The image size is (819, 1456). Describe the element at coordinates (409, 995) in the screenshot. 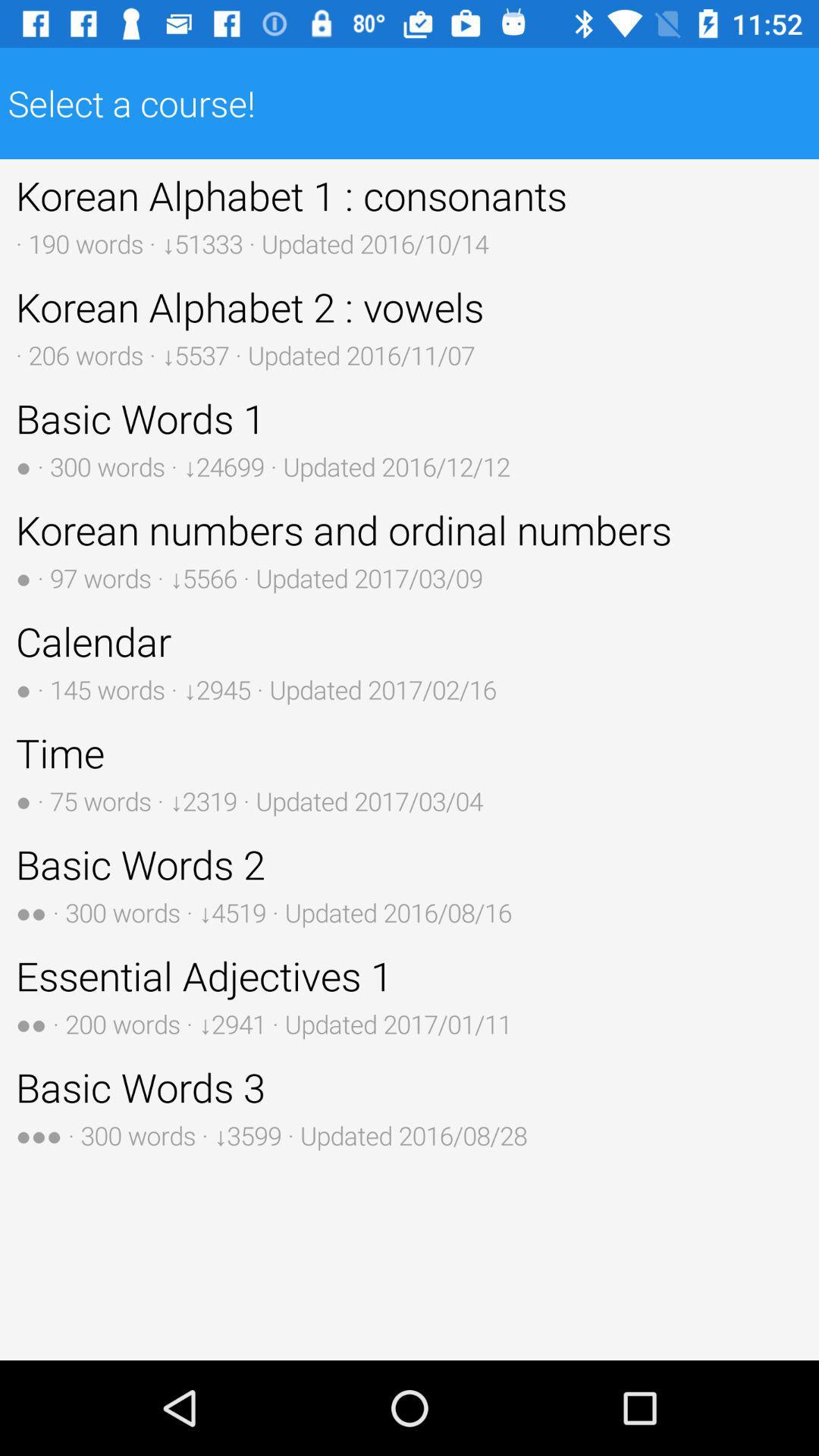

I see `essential adjectives 1` at that location.